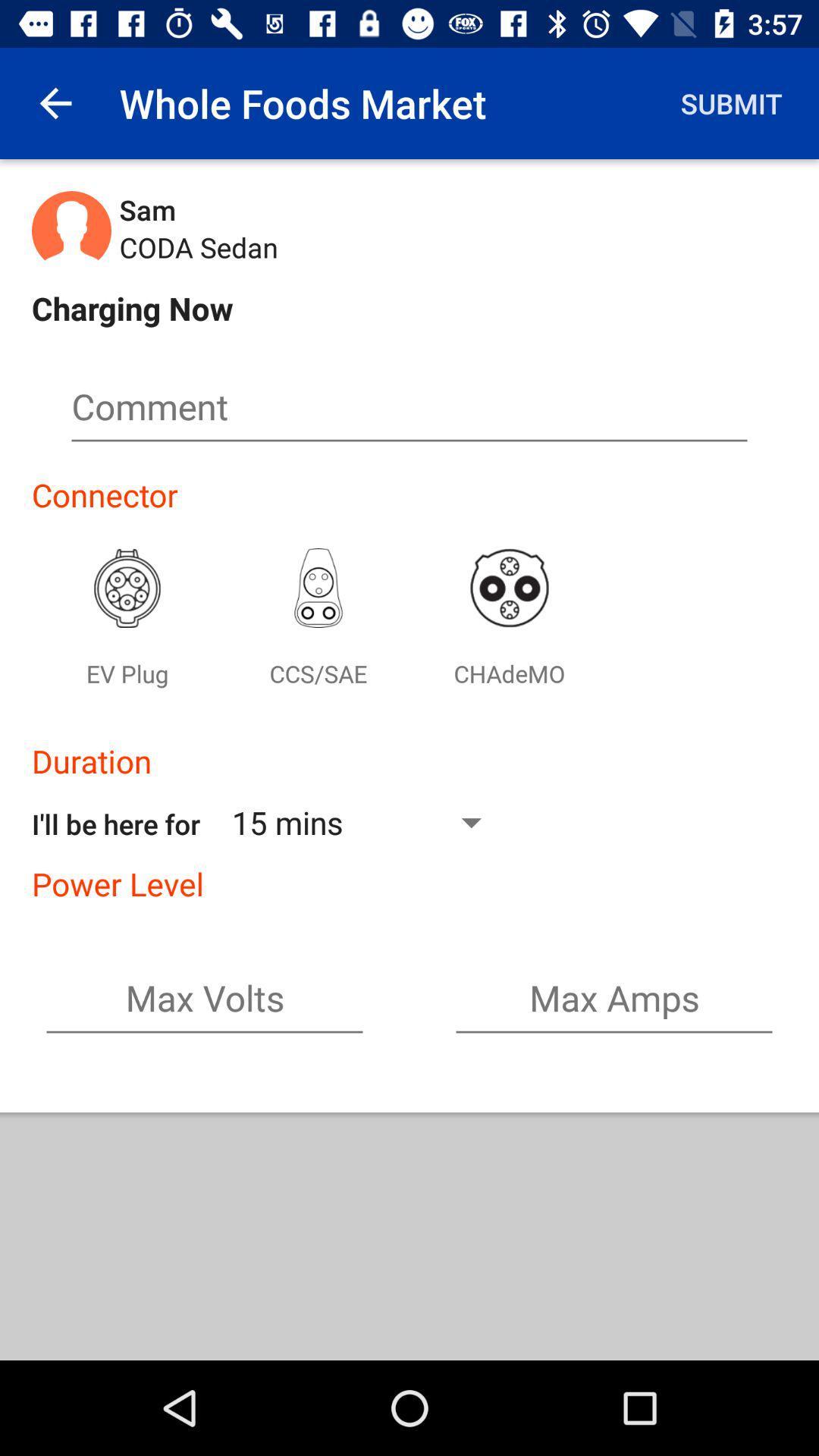  I want to click on comment box, so click(409, 412).